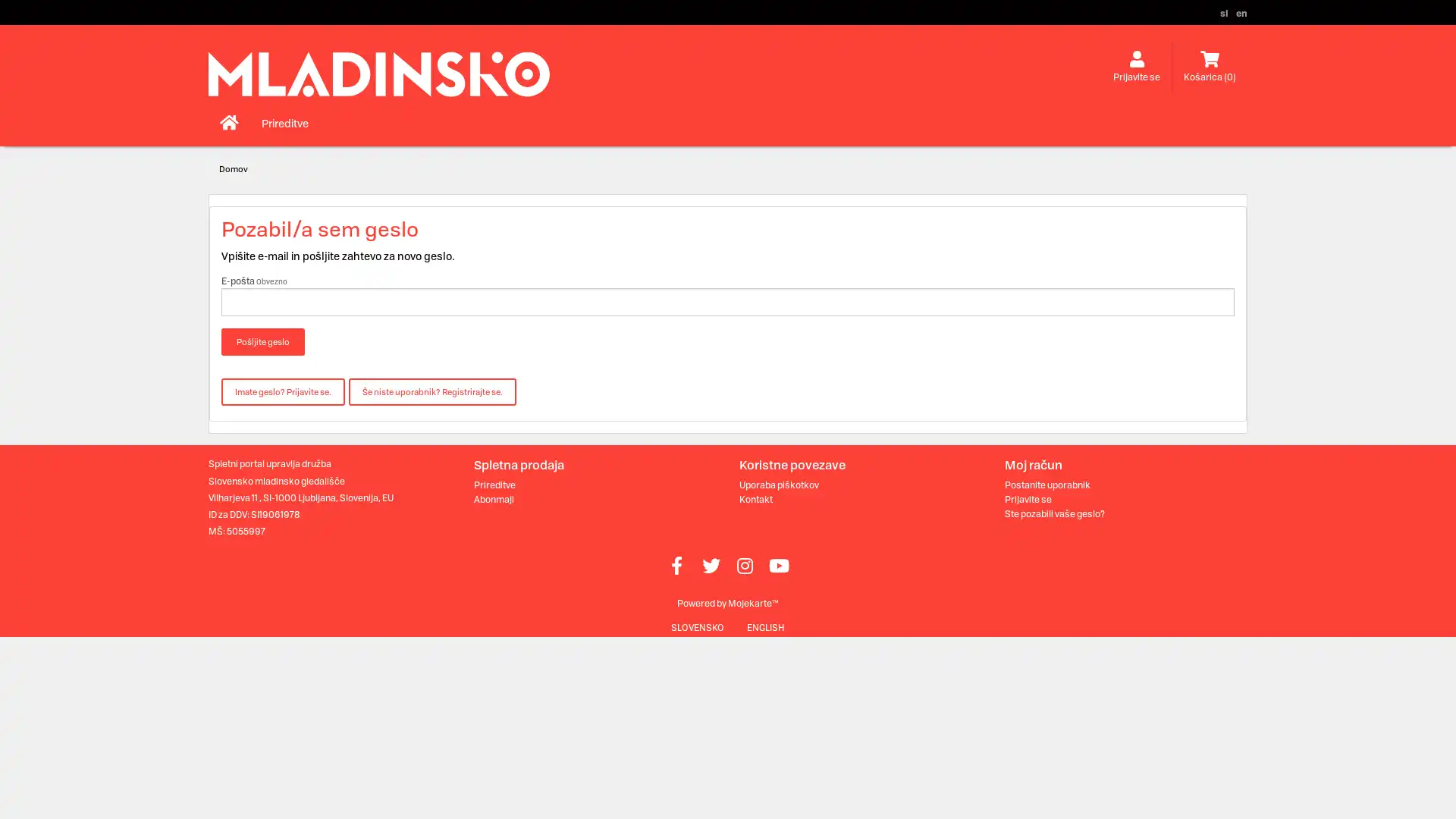 This screenshot has height=819, width=1456. Describe the element at coordinates (262, 342) in the screenshot. I see `Posljite geslo` at that location.